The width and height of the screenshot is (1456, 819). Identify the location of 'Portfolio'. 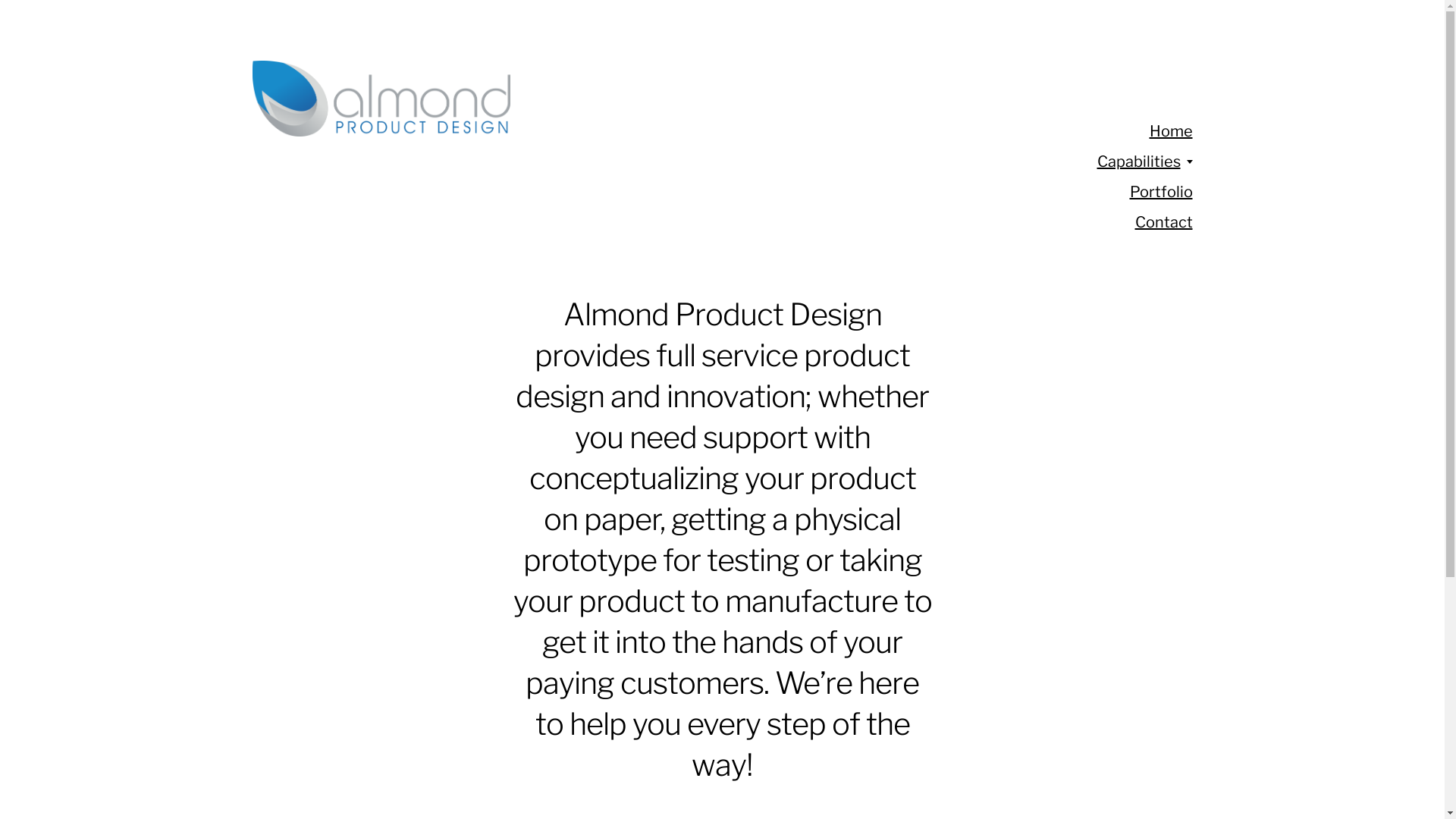
(1160, 191).